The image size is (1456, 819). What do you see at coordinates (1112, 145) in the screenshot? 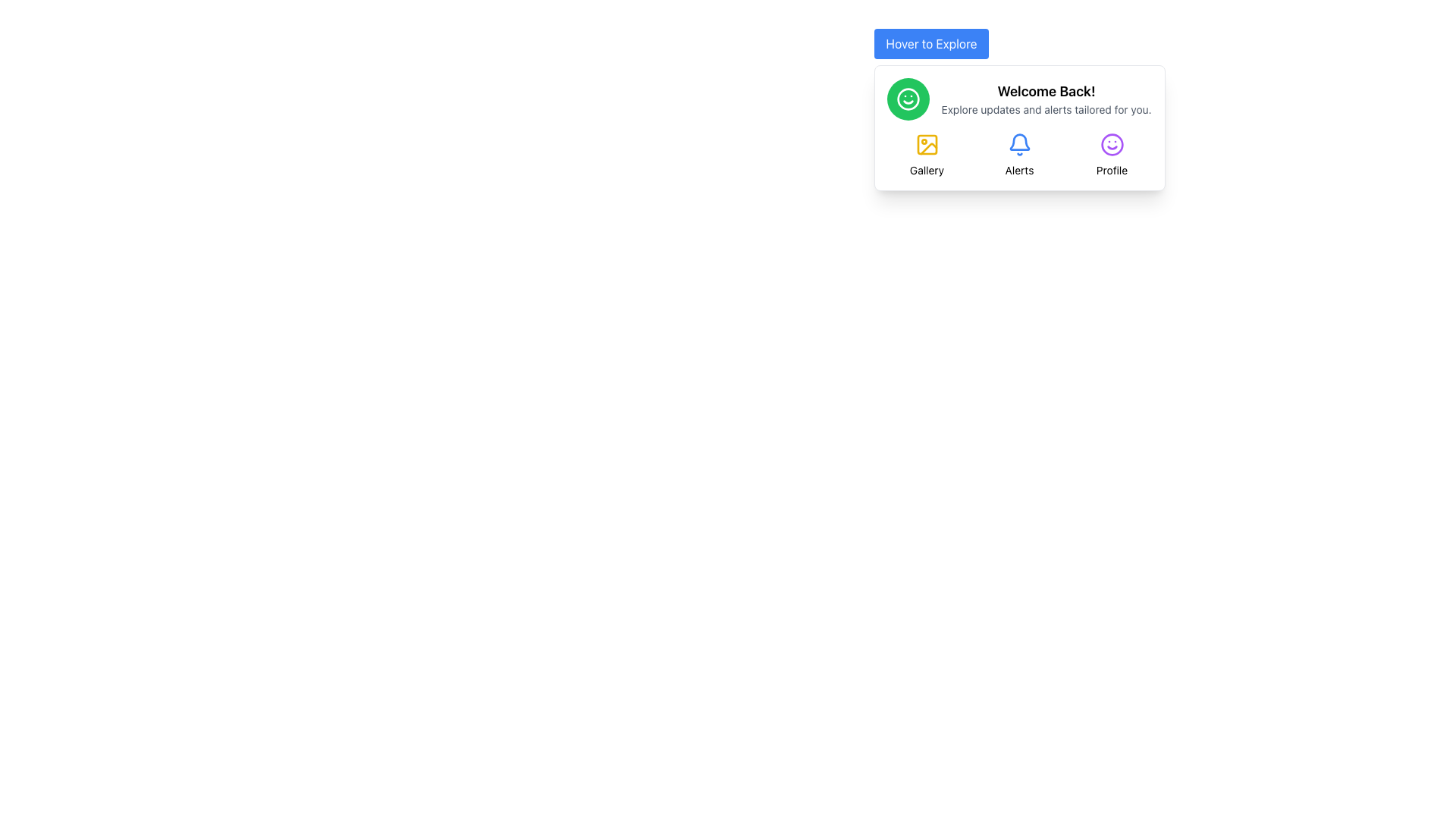
I see `the 'Profile' icon located in the bottom section of the interface, under the heading 'Welcome Back!'. This icon is the last in a row of icons and is positioned above the text 'Profile'` at bounding box center [1112, 145].